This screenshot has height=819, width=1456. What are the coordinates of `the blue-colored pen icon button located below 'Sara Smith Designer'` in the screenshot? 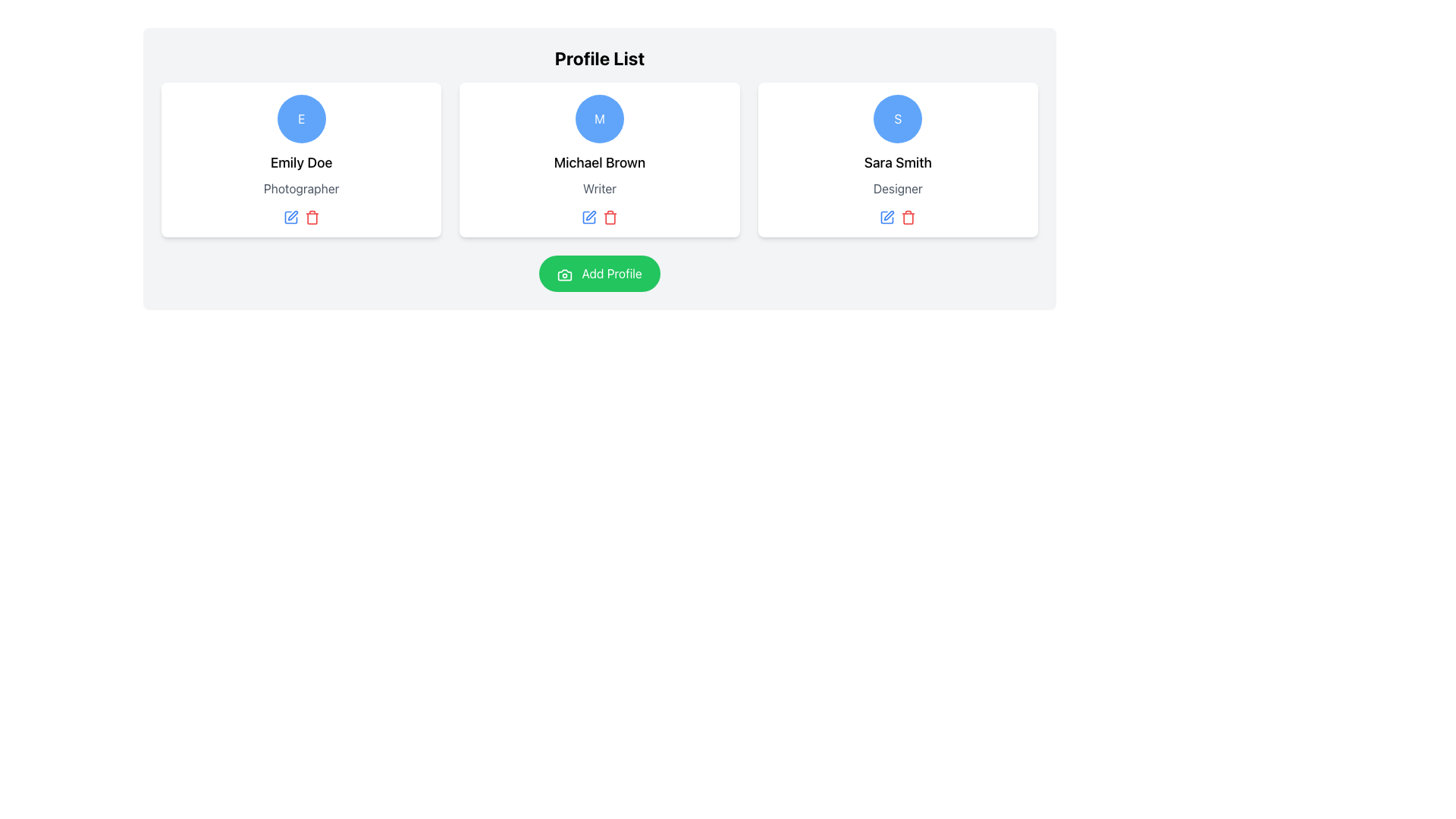 It's located at (887, 217).